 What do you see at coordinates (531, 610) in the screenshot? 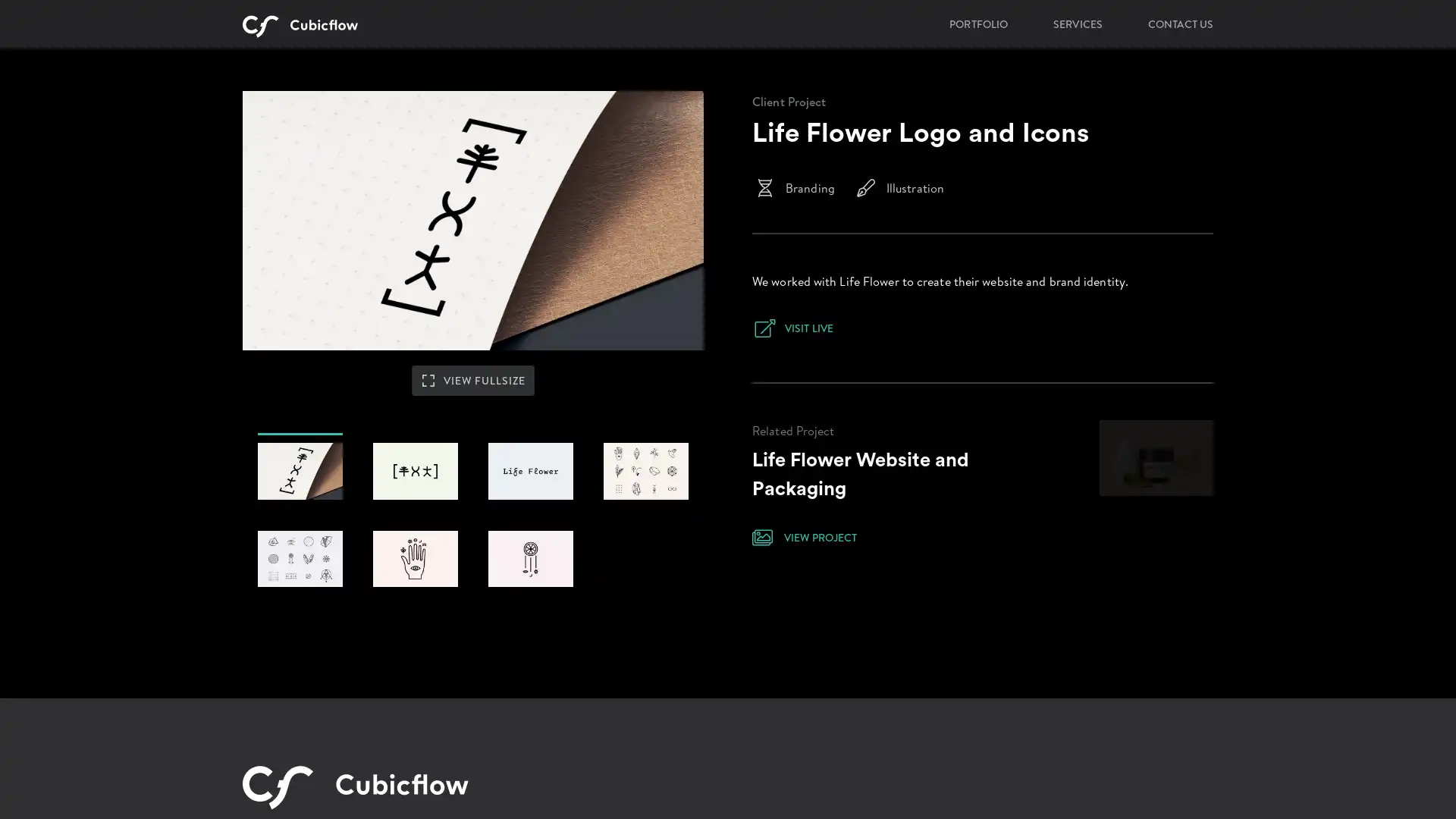
I see `#` at bounding box center [531, 610].